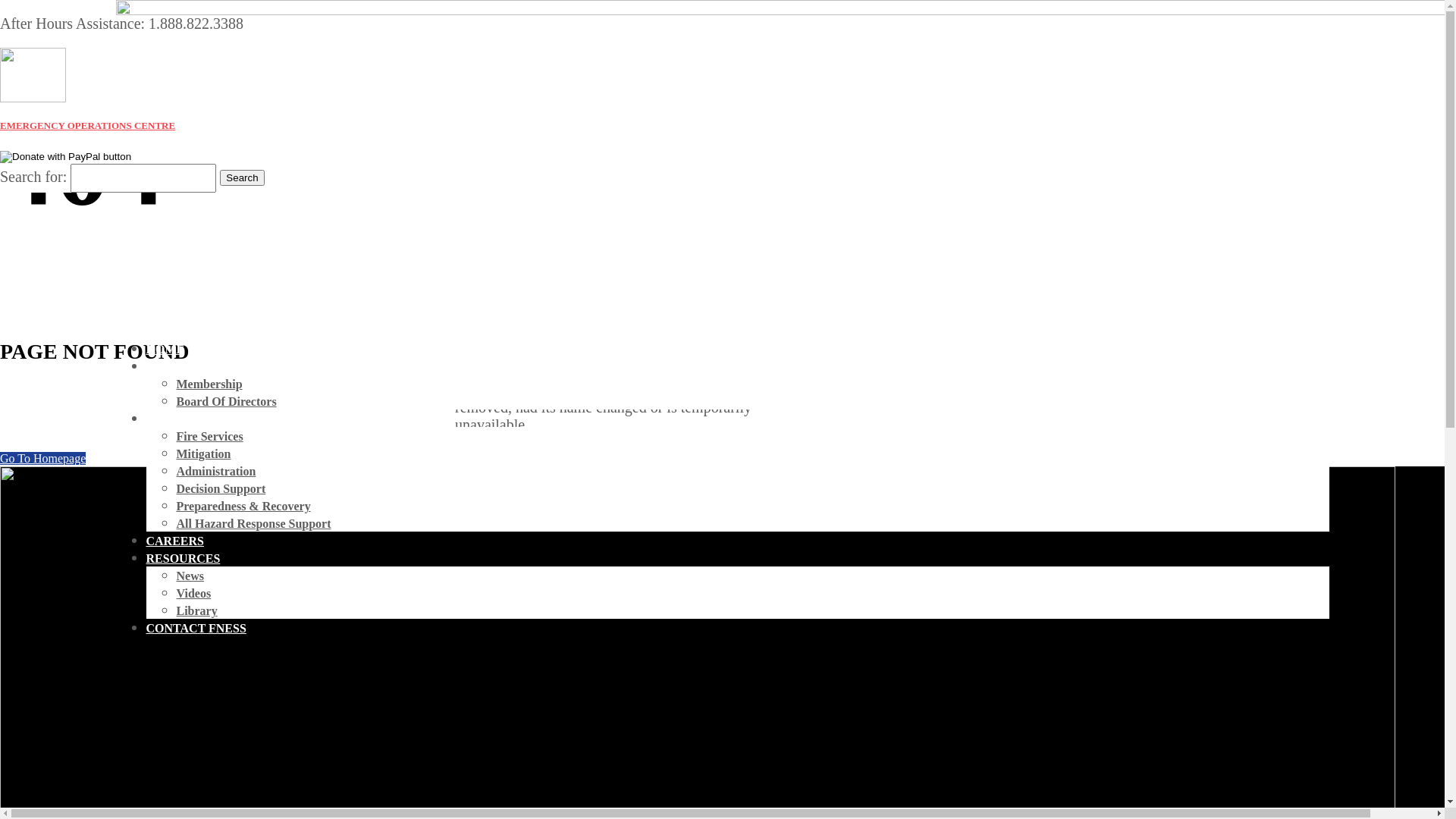 The height and width of the screenshot is (819, 1456). I want to click on 'PayPal - The safer, easier way to pay online!', so click(0, 157).